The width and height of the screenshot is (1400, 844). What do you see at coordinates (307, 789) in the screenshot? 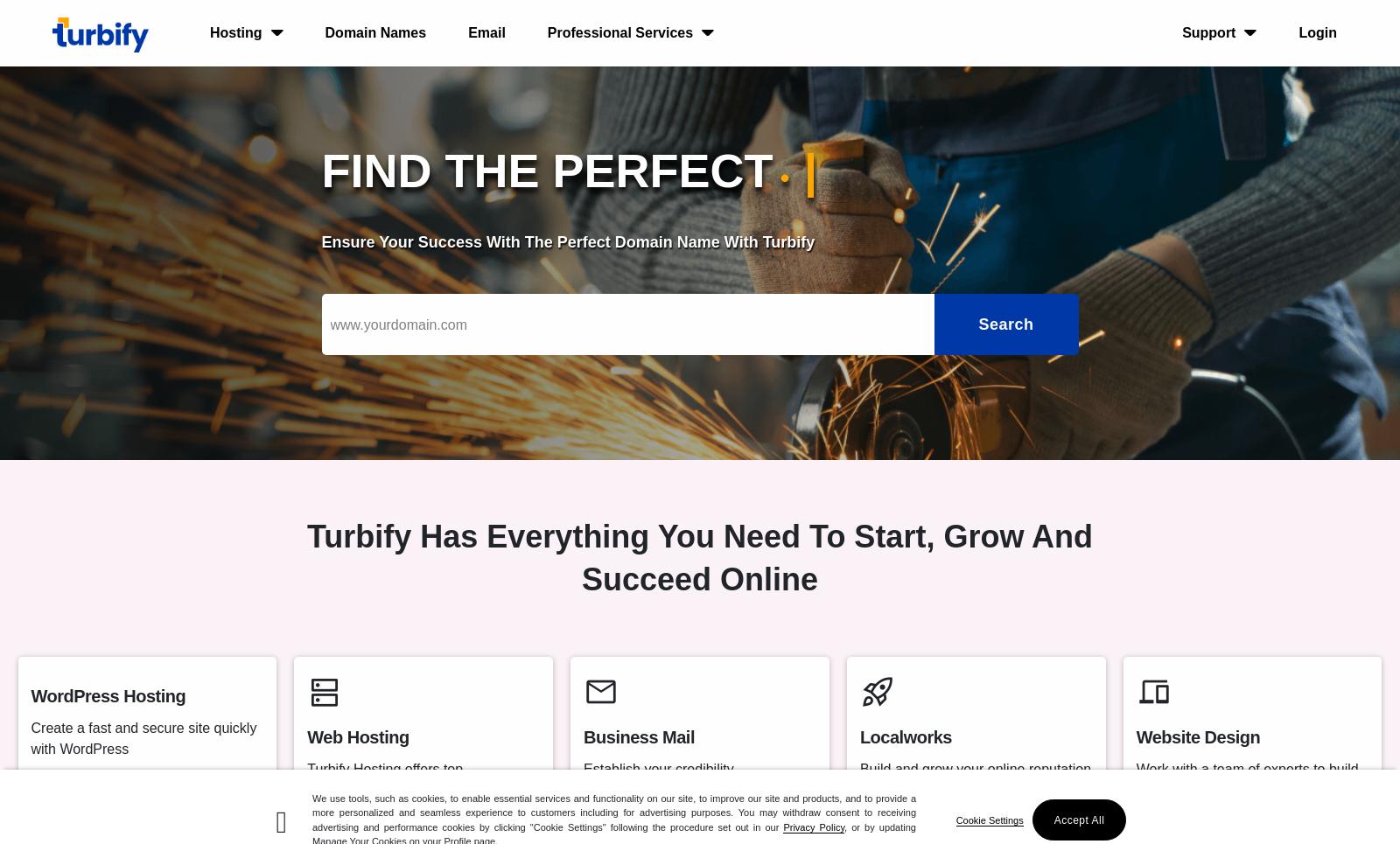
I see `'Turbify Hosting offers top performance and security for your website'` at bounding box center [307, 789].